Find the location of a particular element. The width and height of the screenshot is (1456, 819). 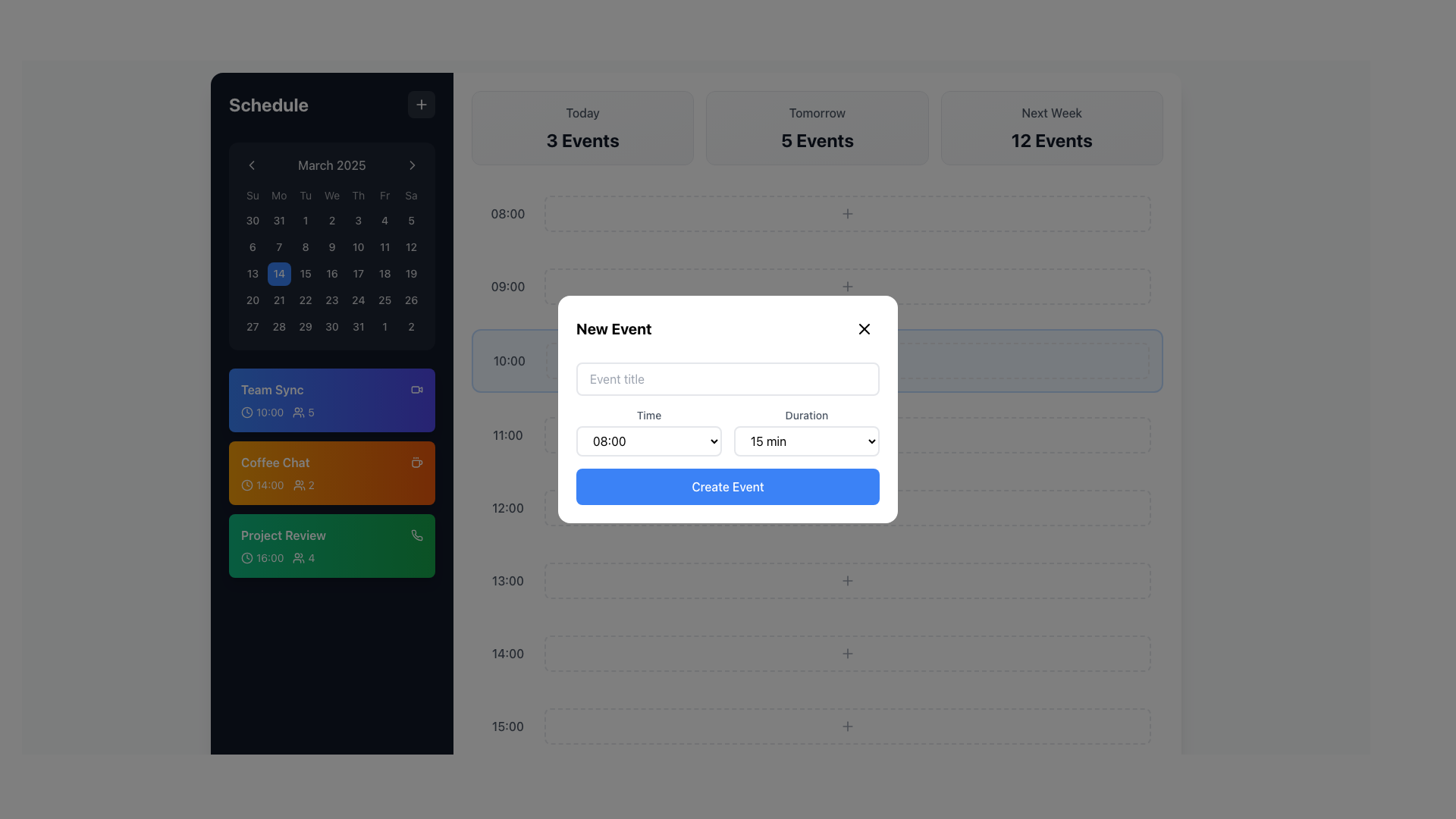

the 'Team Sync' schedule element, which features a small clock icon and the time '10:00' on a dark background with light-colored text, located on the left-hand side of the interface is located at coordinates (262, 412).